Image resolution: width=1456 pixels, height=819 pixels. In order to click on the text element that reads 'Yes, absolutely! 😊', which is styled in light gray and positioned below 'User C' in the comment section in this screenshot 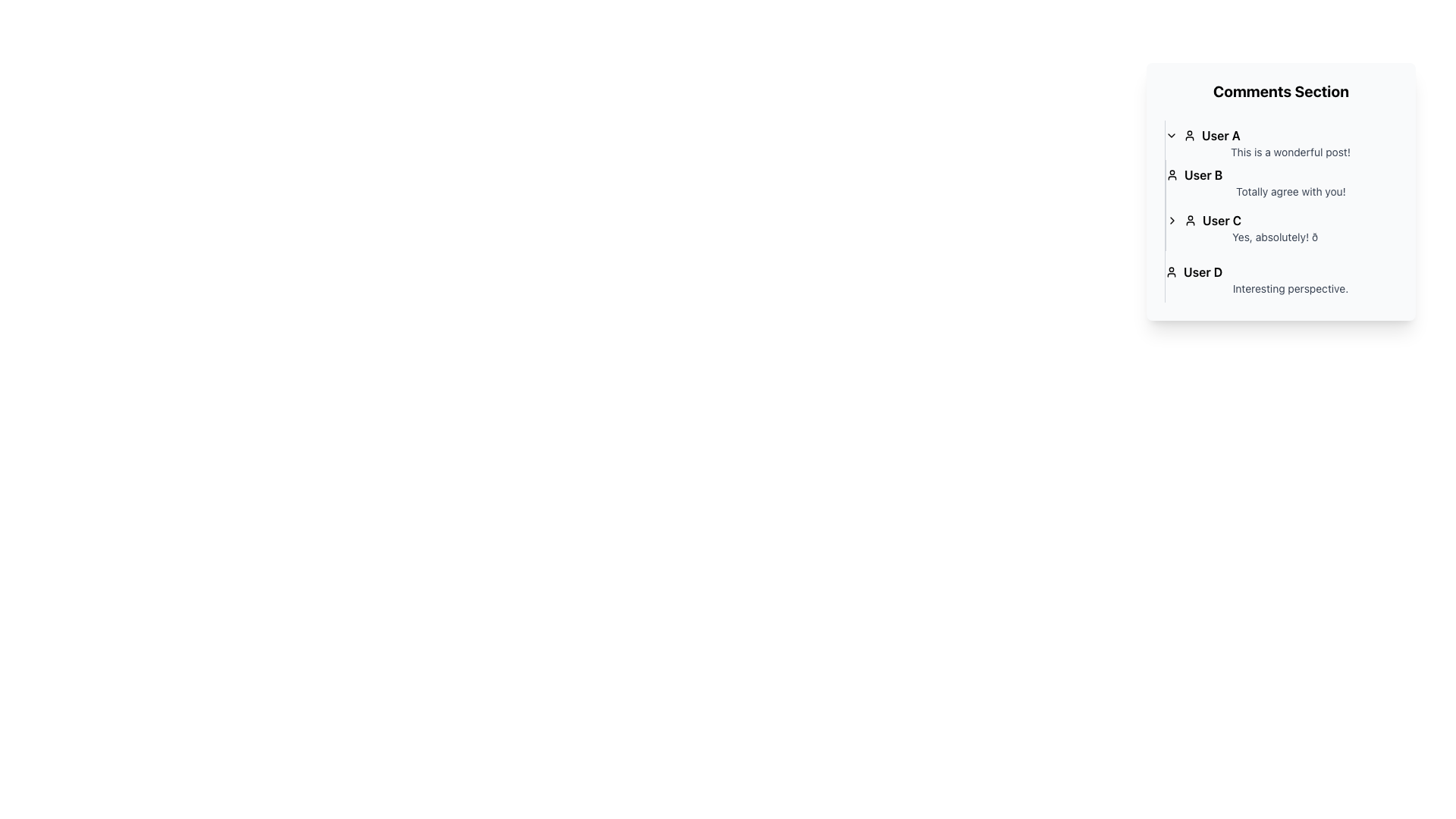, I will do `click(1281, 237)`.